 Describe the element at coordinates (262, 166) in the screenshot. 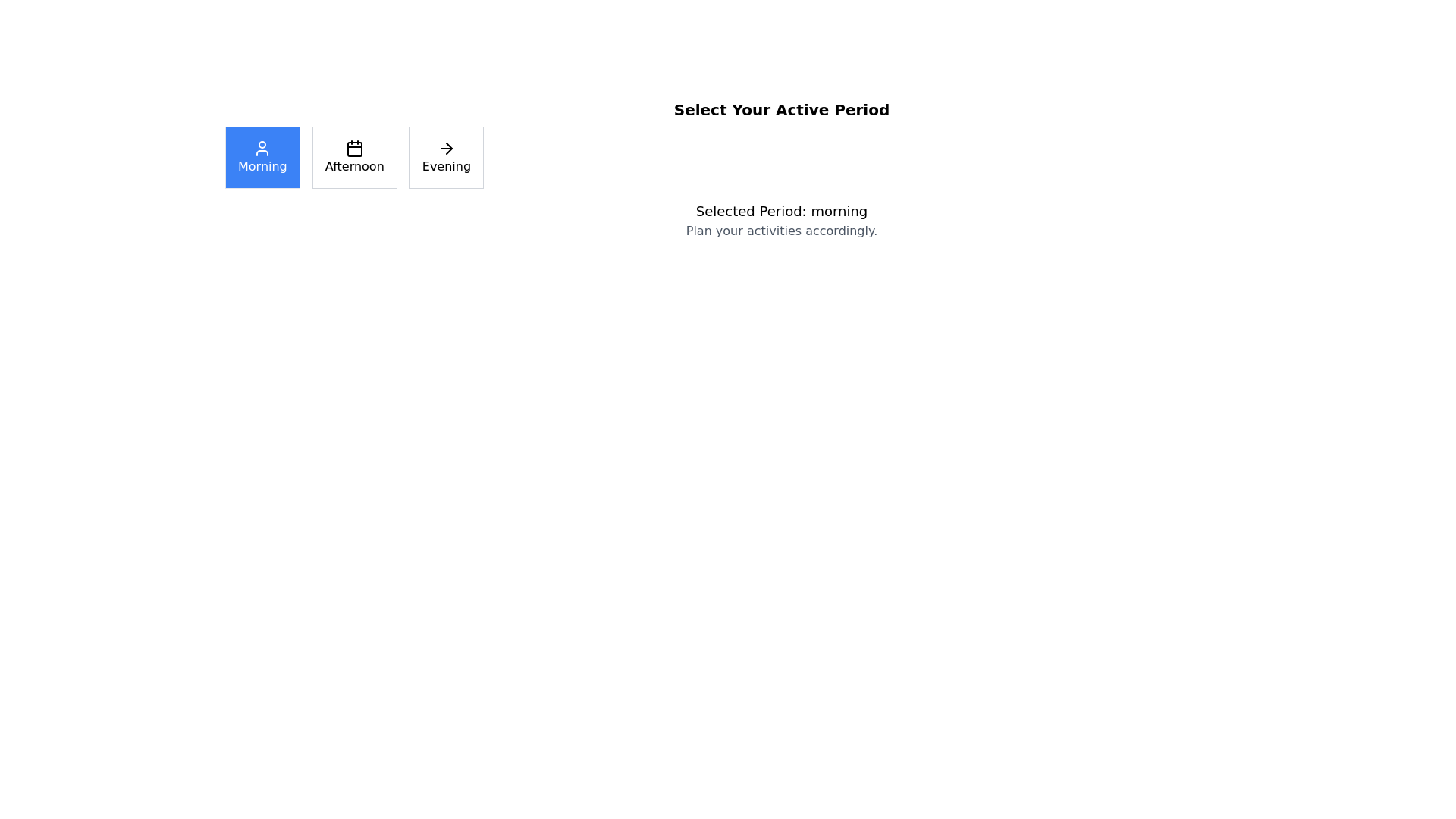

I see `the 'Morning' text label, which is displayed in white on a blue rectangular background, positioned below a user silhouette icon` at that location.